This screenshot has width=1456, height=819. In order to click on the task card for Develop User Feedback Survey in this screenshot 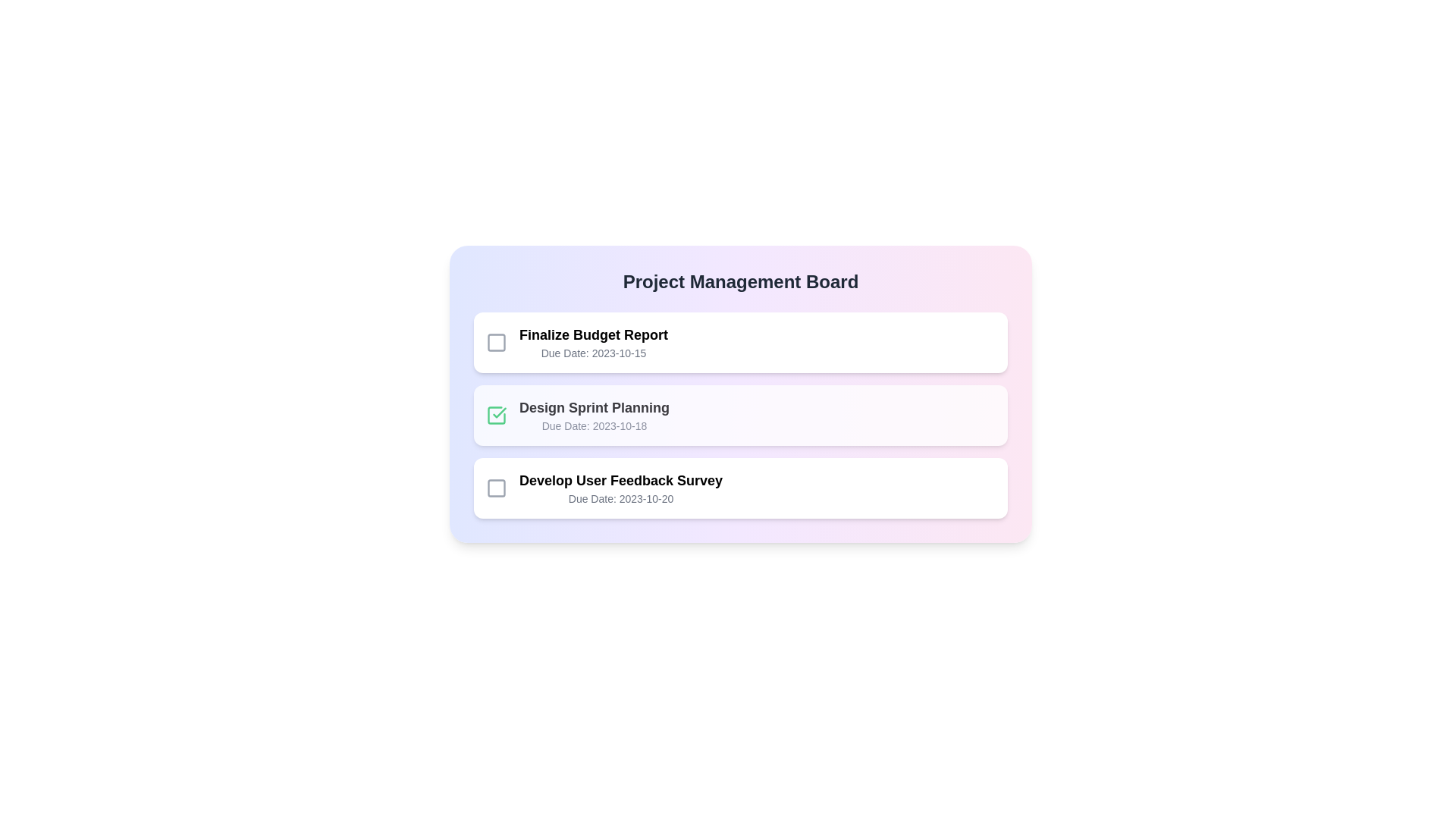, I will do `click(741, 488)`.